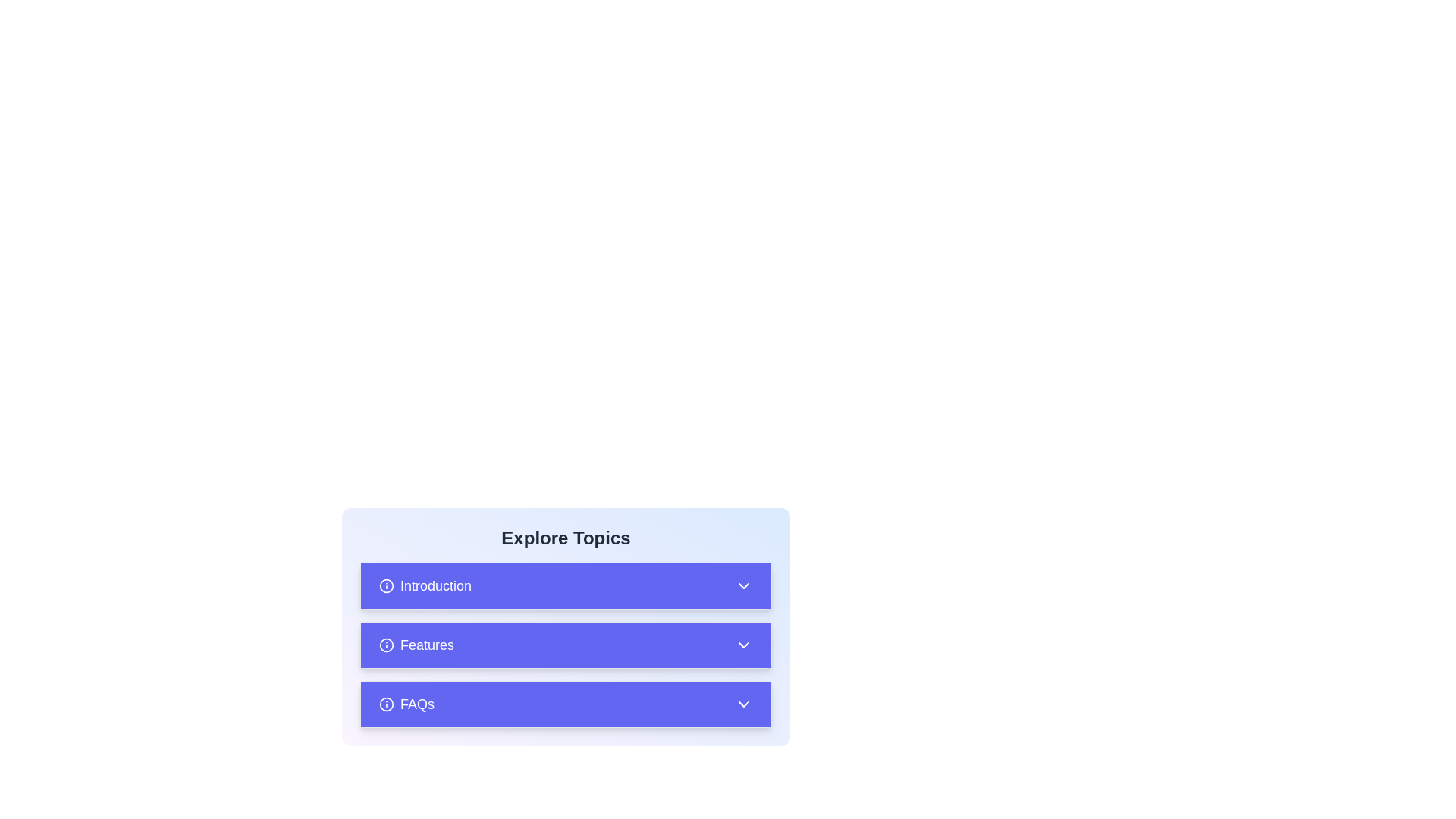  Describe the element at coordinates (386, 585) in the screenshot. I see `the SVG Circle icon within the button indicating the 'Introduction' section in the 'Explore Topics' area` at that location.